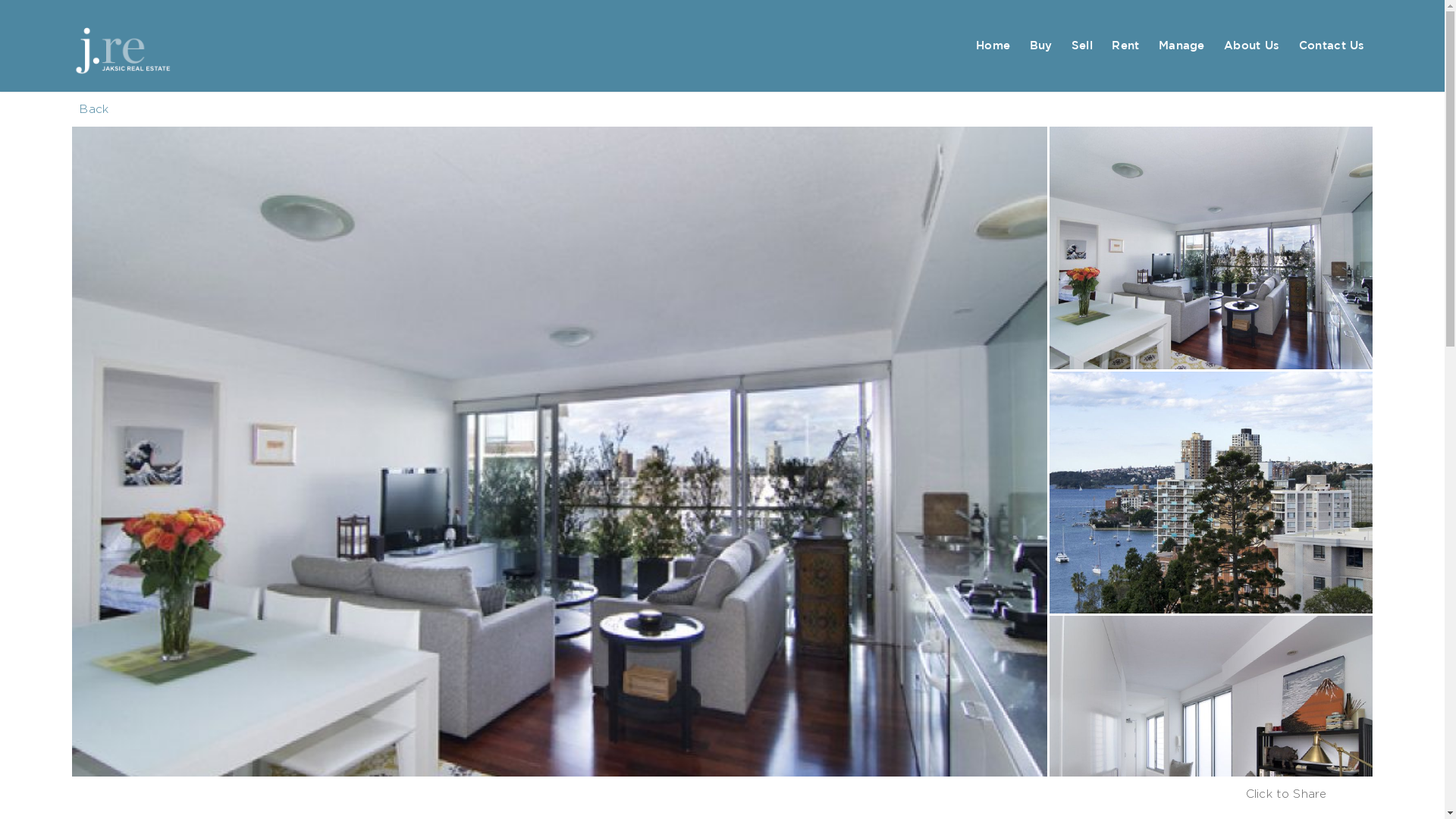 The height and width of the screenshot is (819, 1456). What do you see at coordinates (993, 45) in the screenshot?
I see `'Home'` at bounding box center [993, 45].